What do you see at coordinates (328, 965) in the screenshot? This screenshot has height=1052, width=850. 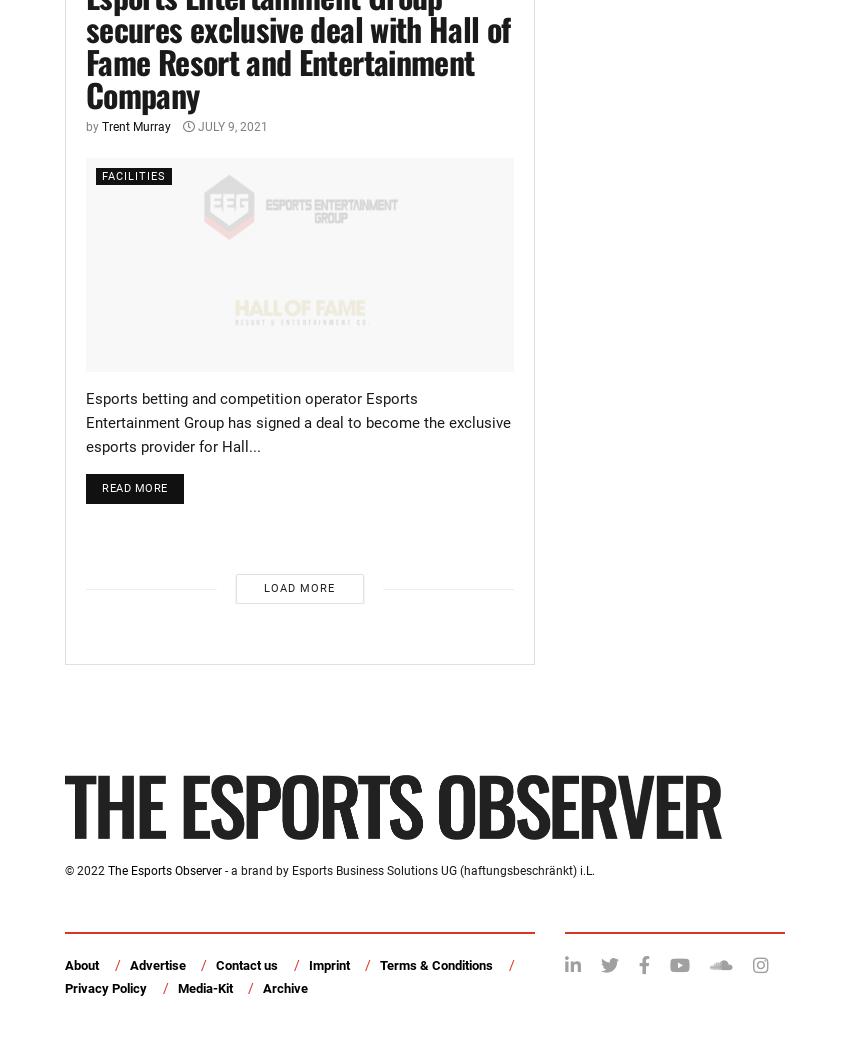 I see `'Imprint'` at bounding box center [328, 965].